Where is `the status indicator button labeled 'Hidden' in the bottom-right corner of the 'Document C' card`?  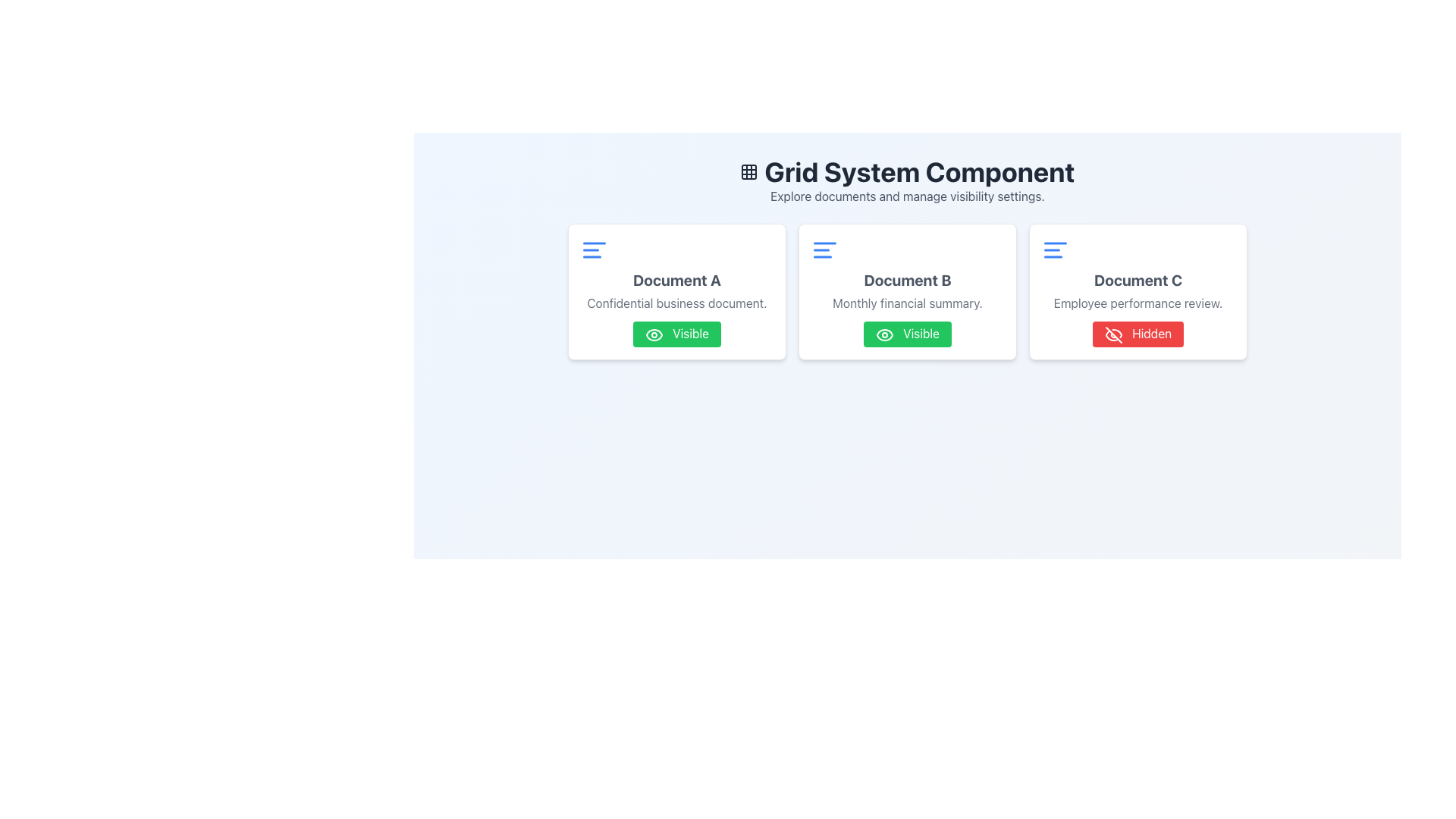 the status indicator button labeled 'Hidden' in the bottom-right corner of the 'Document C' card is located at coordinates (1138, 332).